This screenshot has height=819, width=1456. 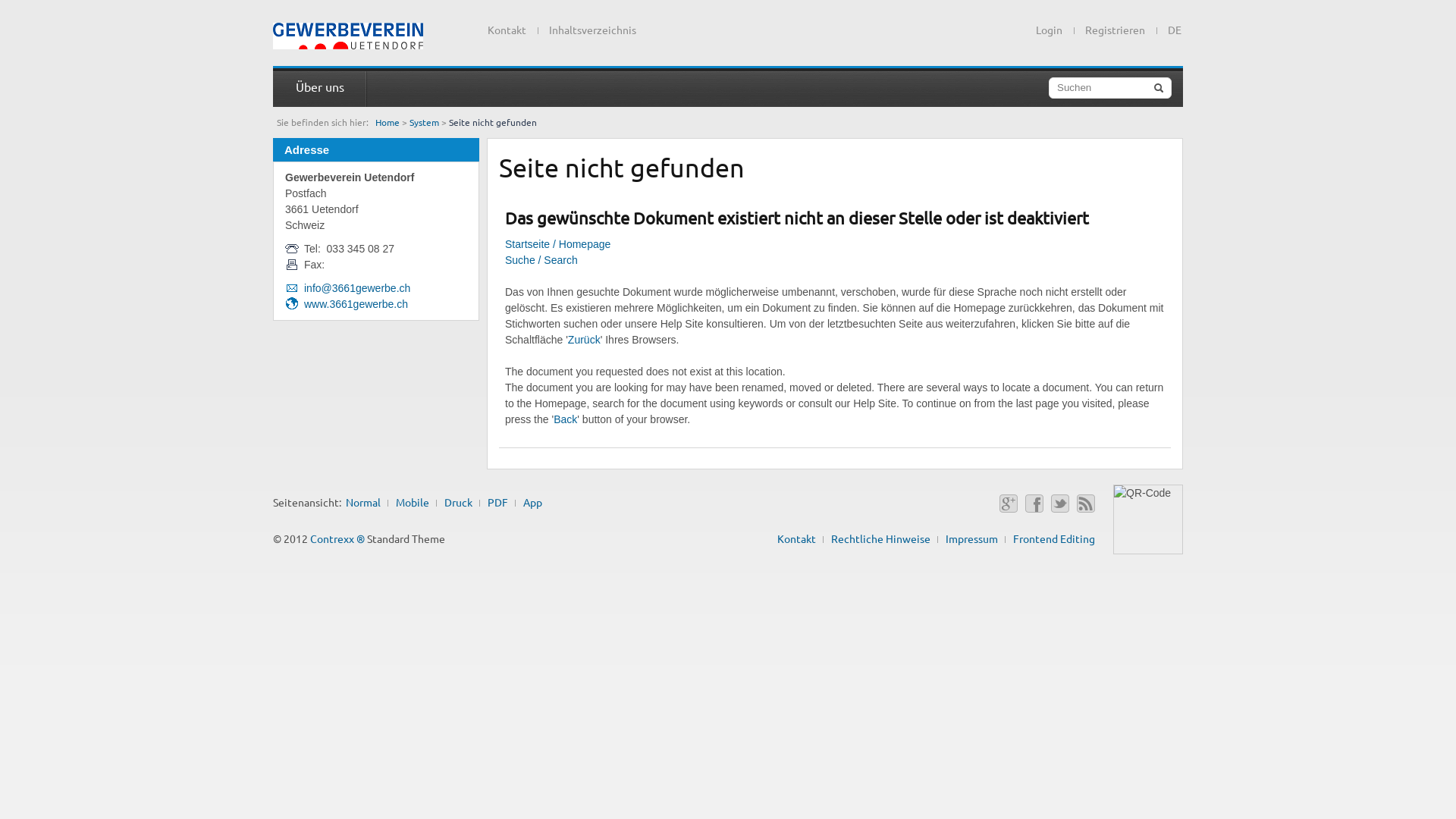 I want to click on 'Home', so click(x=387, y=121).